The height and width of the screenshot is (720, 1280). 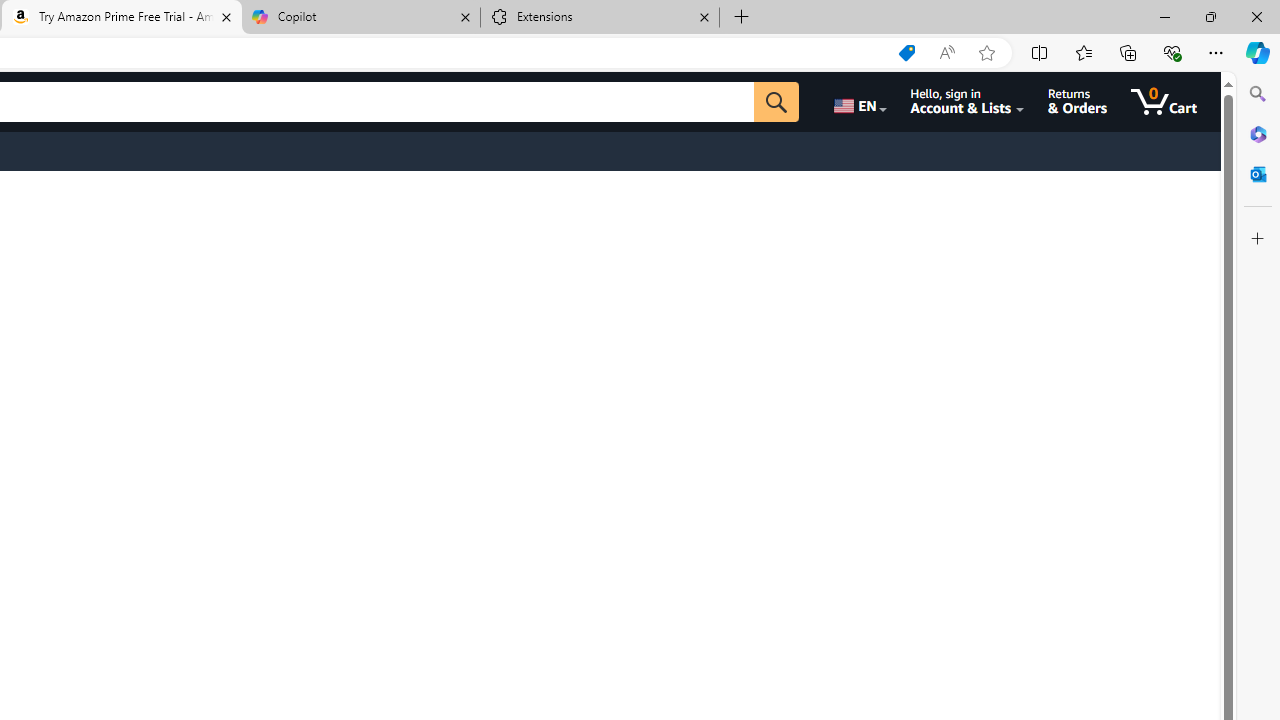 I want to click on 'Hello, sign in Account & Lists', so click(x=967, y=101).